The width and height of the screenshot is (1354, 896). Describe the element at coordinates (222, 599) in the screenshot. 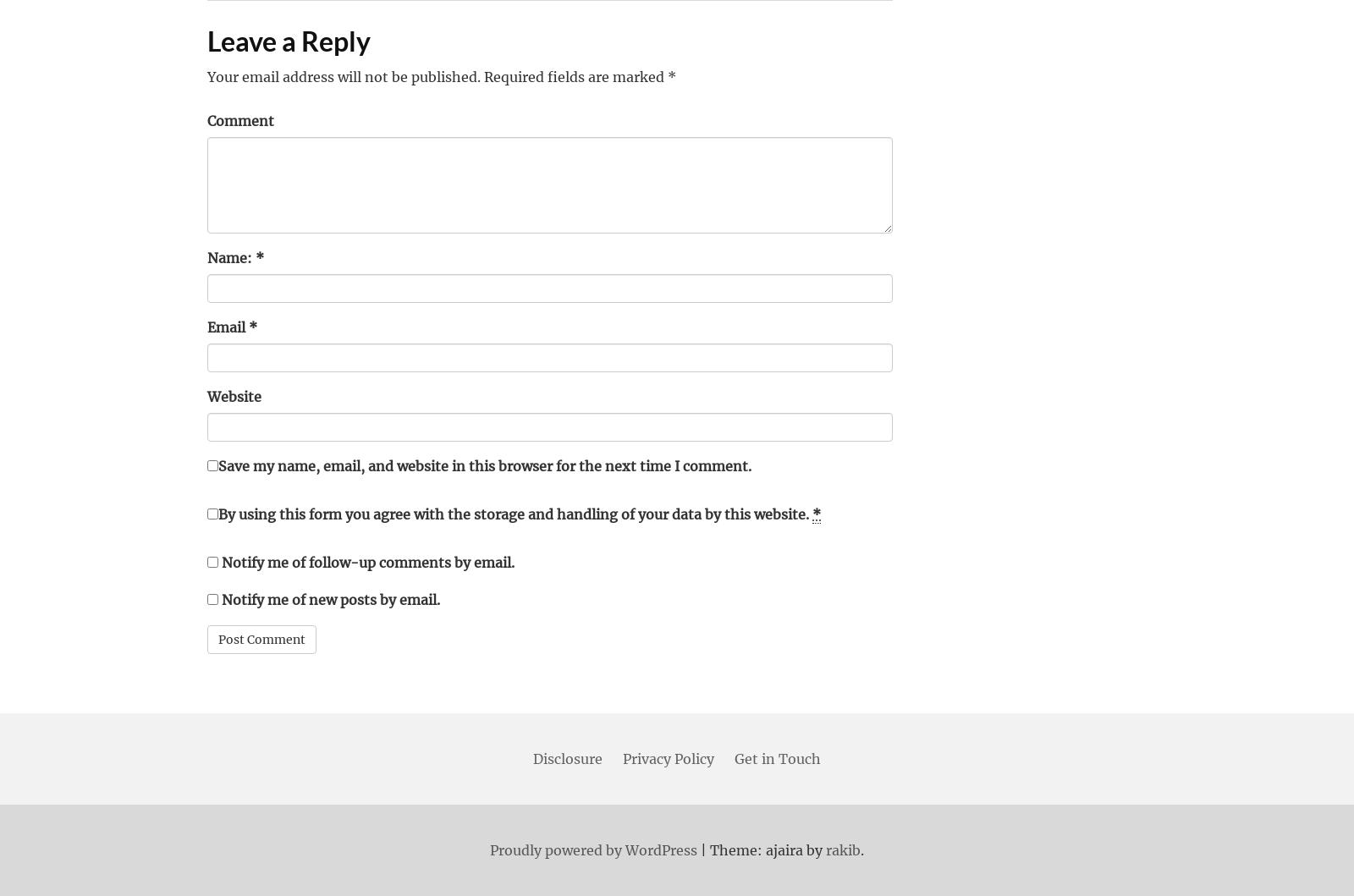

I see `'Notify me of new posts by email.'` at that location.